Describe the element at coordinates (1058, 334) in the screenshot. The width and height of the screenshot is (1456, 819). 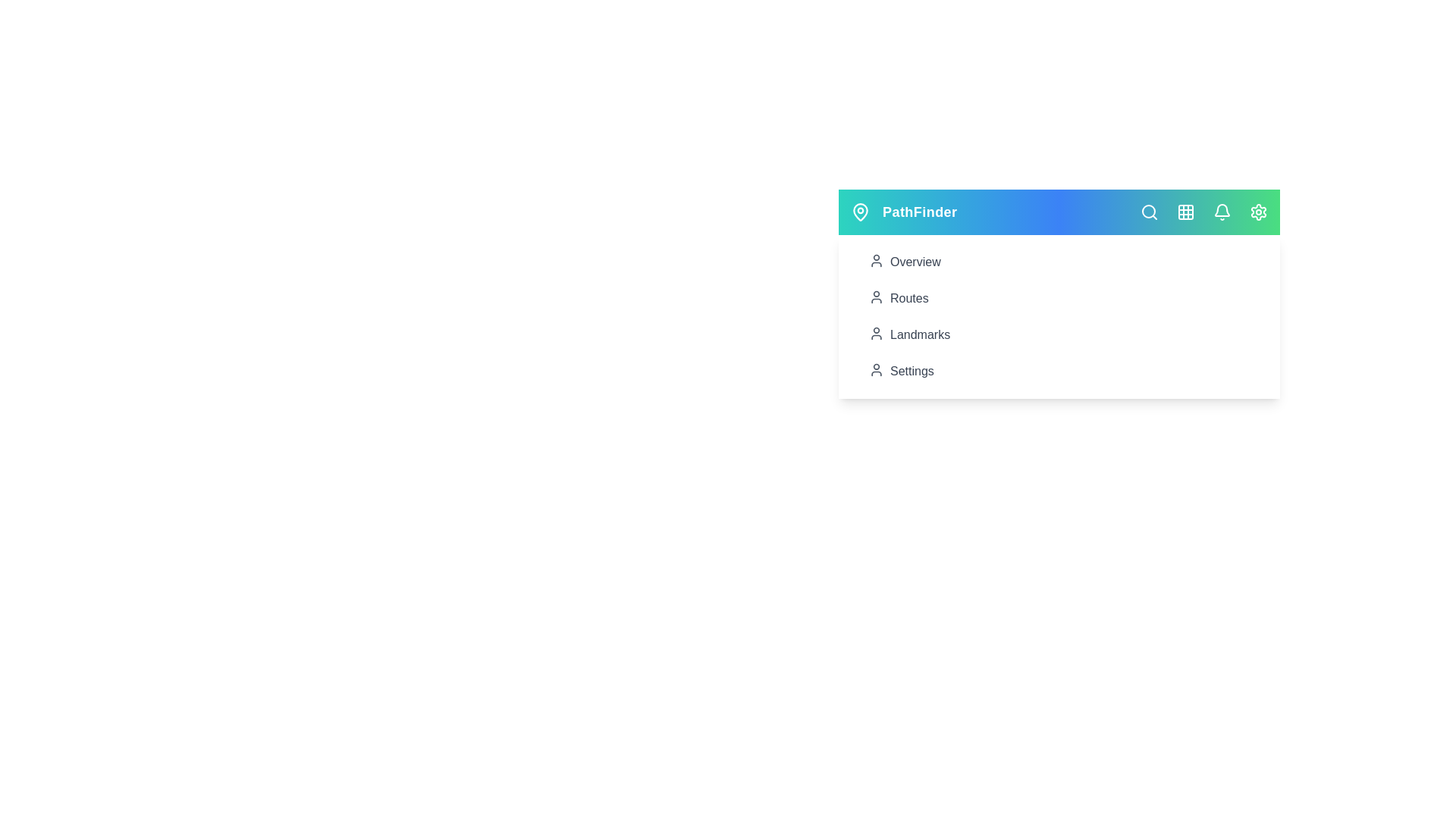
I see `the 'Landmarks' menu item to view landmarks` at that location.